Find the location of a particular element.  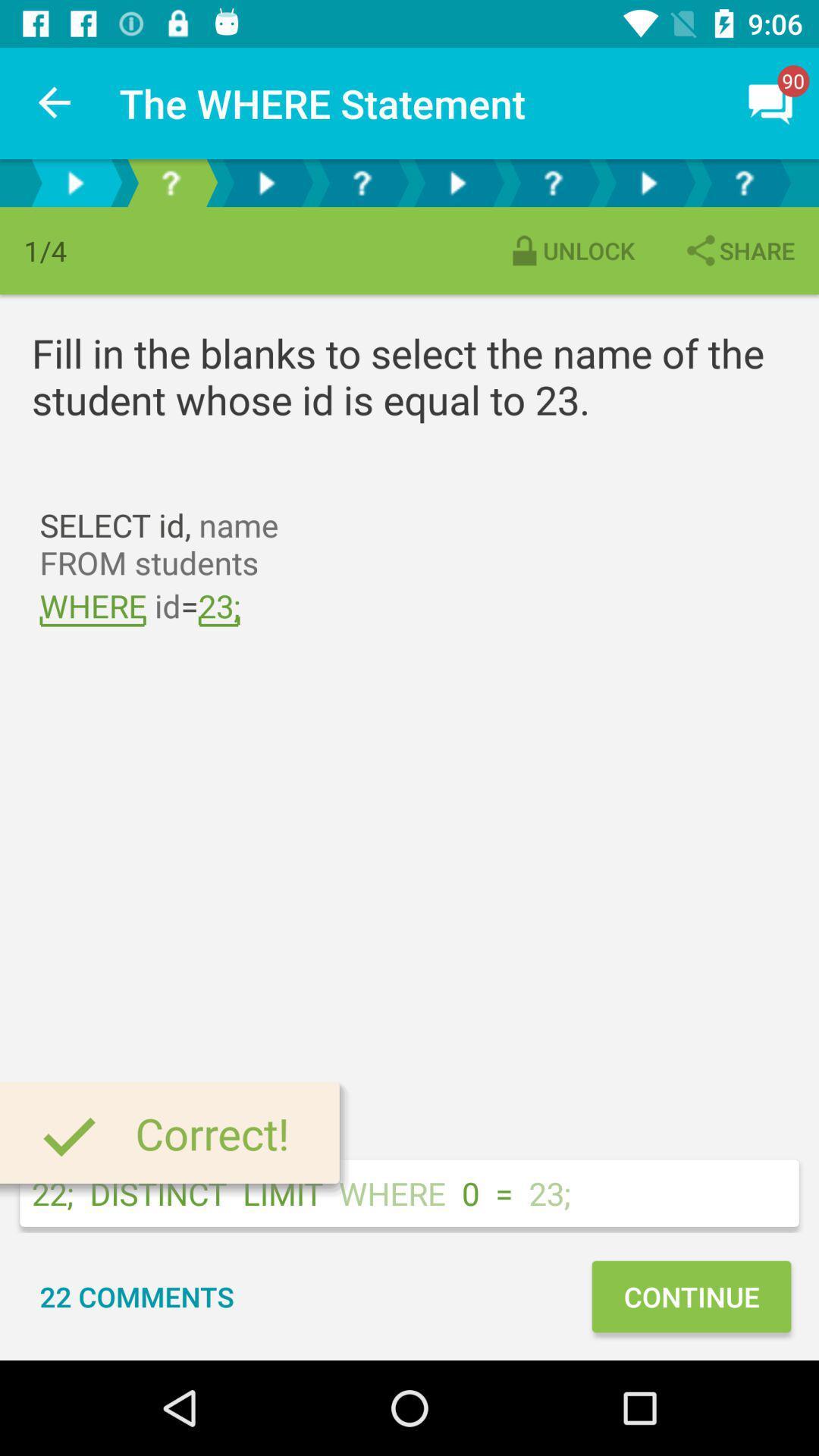

button to select the phase ahead is located at coordinates (742, 182).